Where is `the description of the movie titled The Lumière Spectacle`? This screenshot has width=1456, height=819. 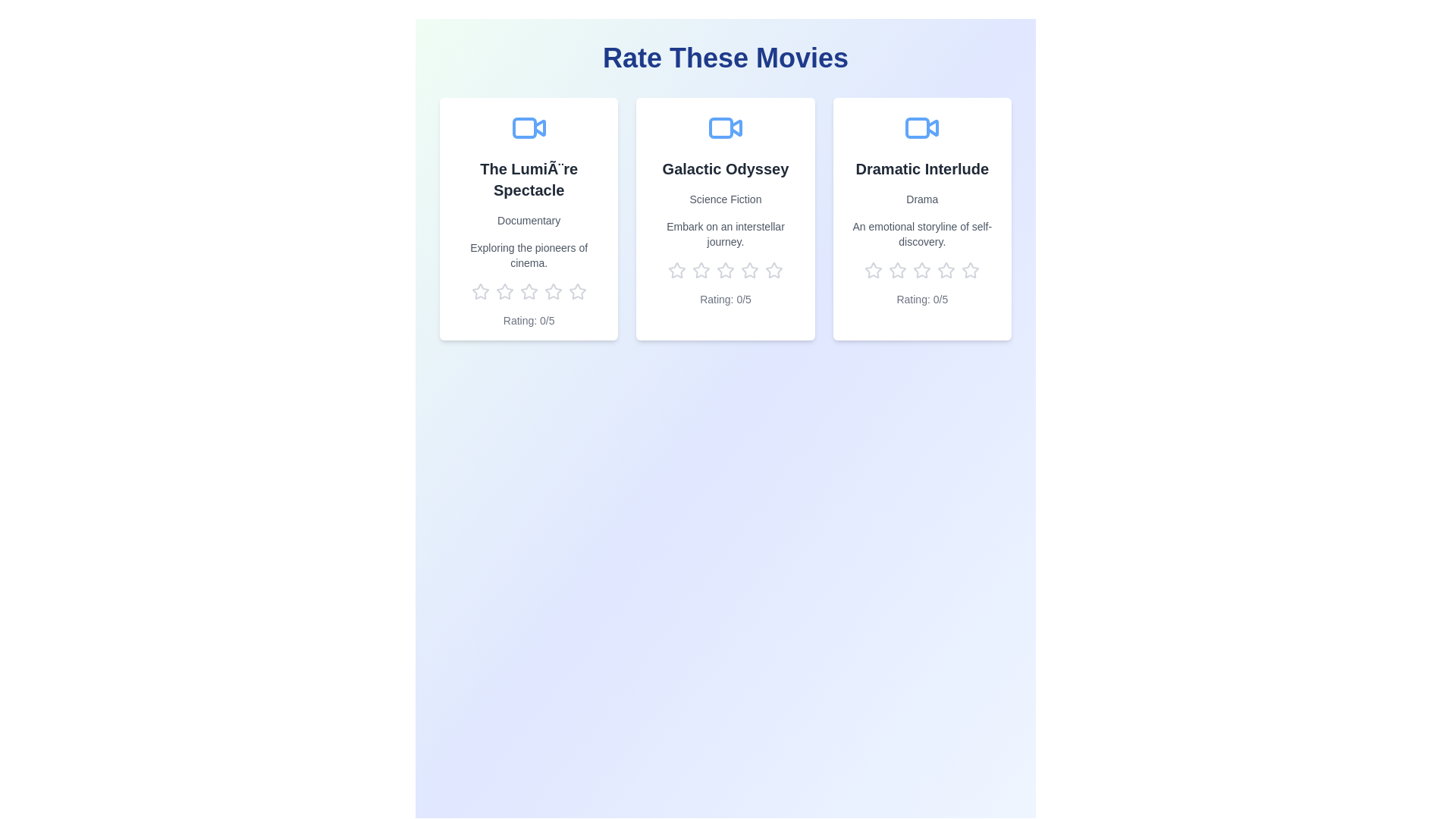 the description of the movie titled The Lumière Spectacle is located at coordinates (528, 254).